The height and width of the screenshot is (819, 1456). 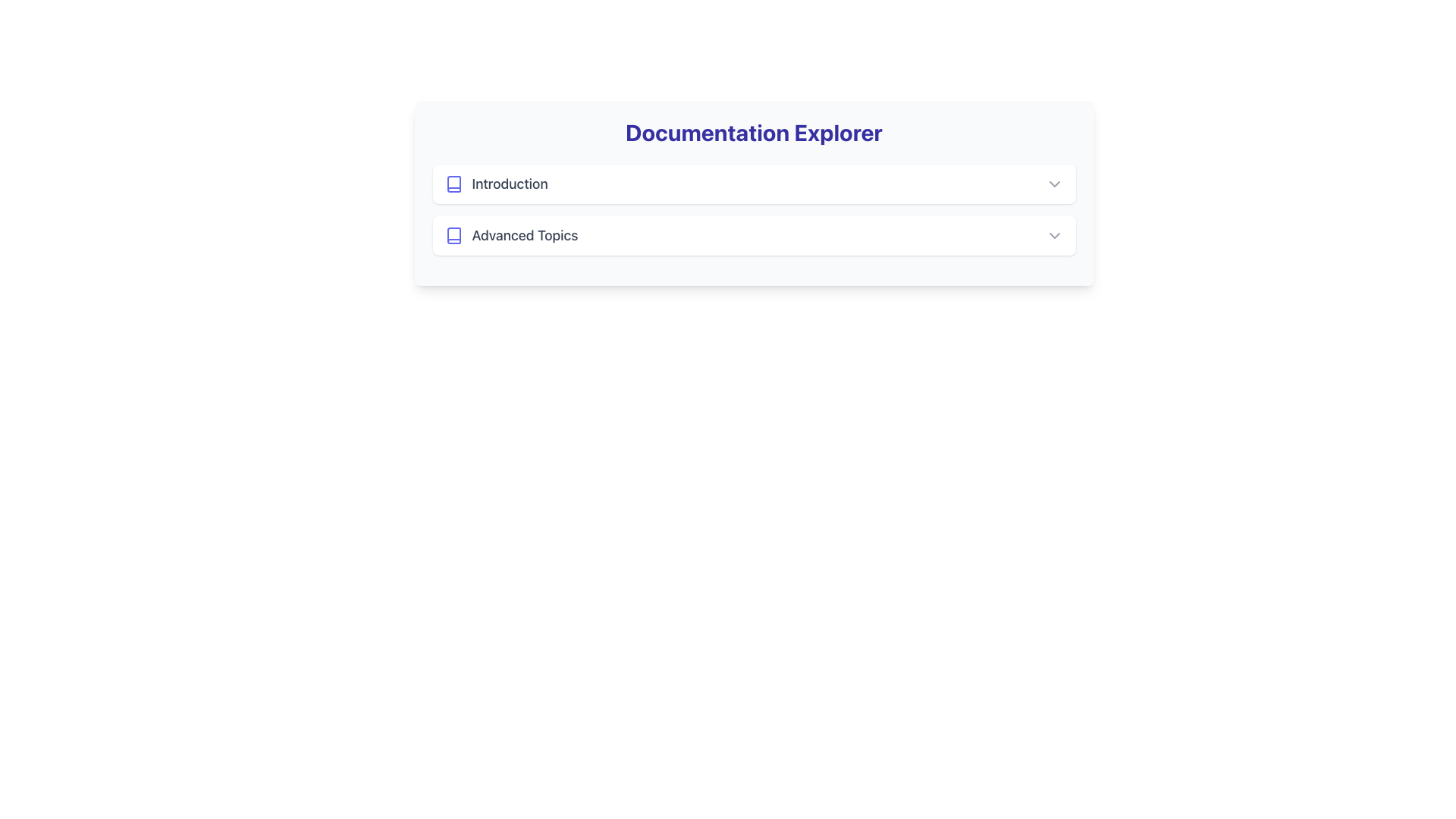 What do you see at coordinates (1053, 184) in the screenshot?
I see `the Dropdown control icon at the rightmost end of the 'Introduction' section` at bounding box center [1053, 184].